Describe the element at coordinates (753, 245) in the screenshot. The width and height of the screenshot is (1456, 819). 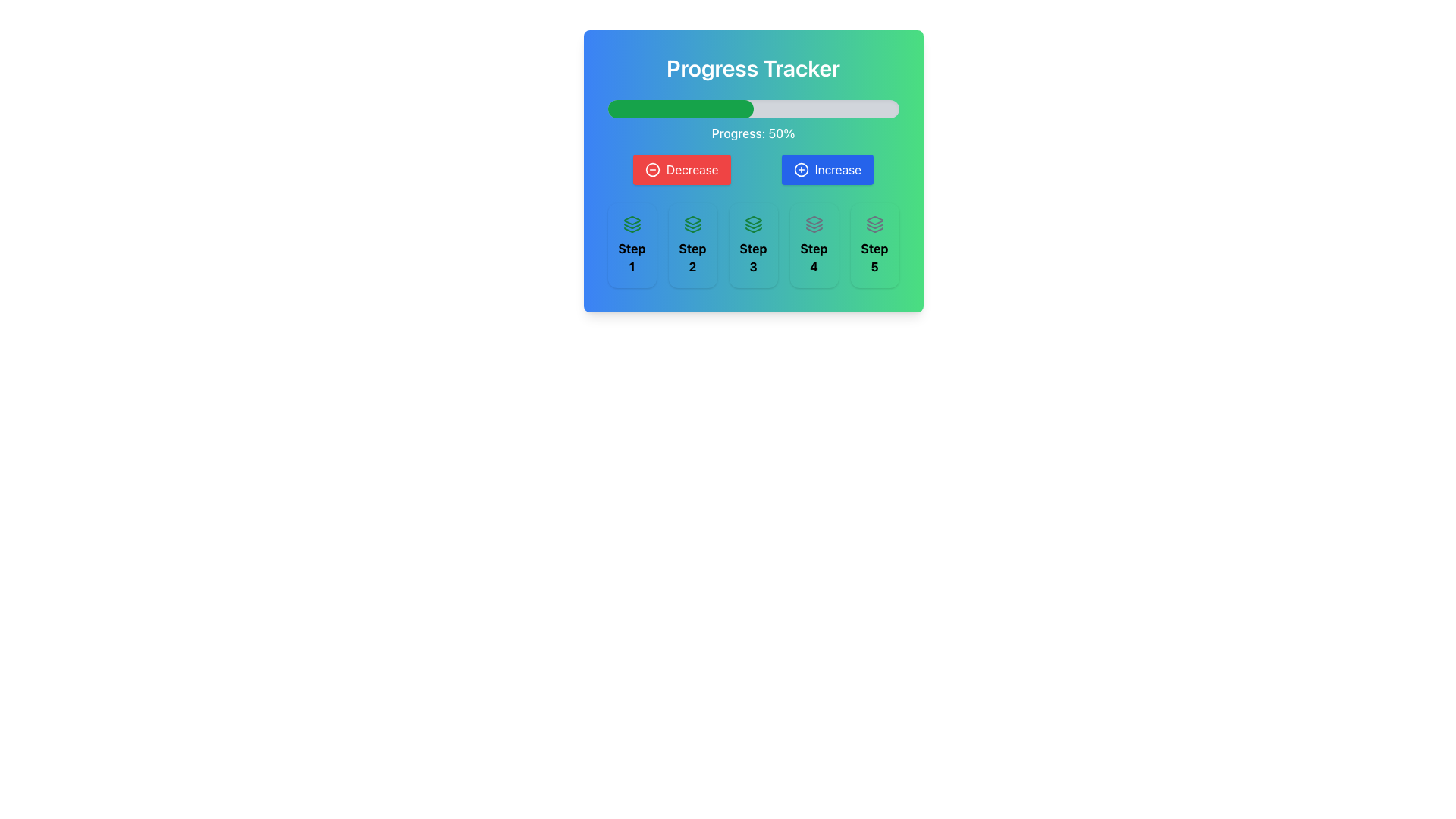
I see `the Progress step indicator component, which is a rectangular block with a green stack icon and the text 'Step 3' in bold, located as the third block in a row of five progress steps` at that location.